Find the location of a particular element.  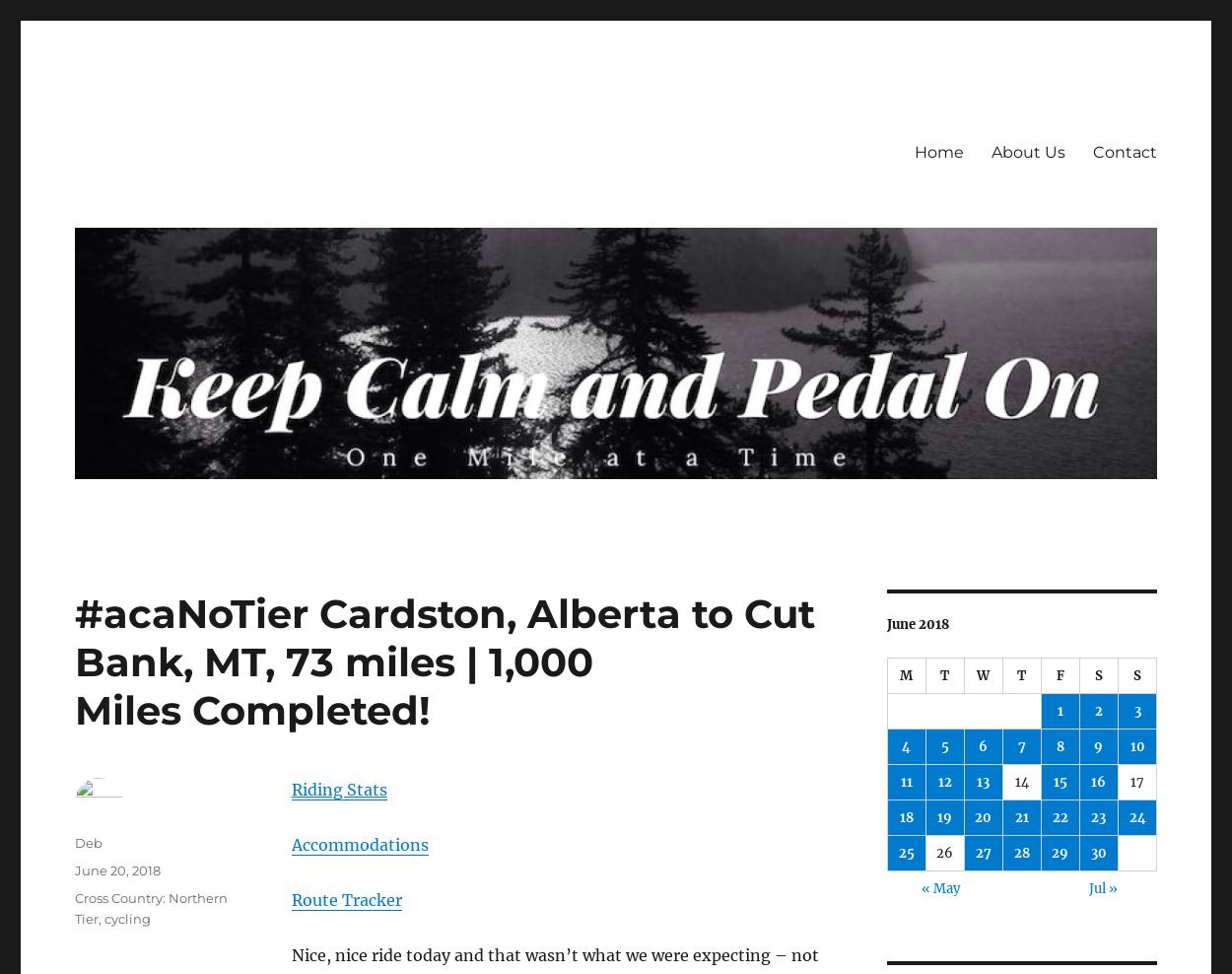

'6' is located at coordinates (982, 745).